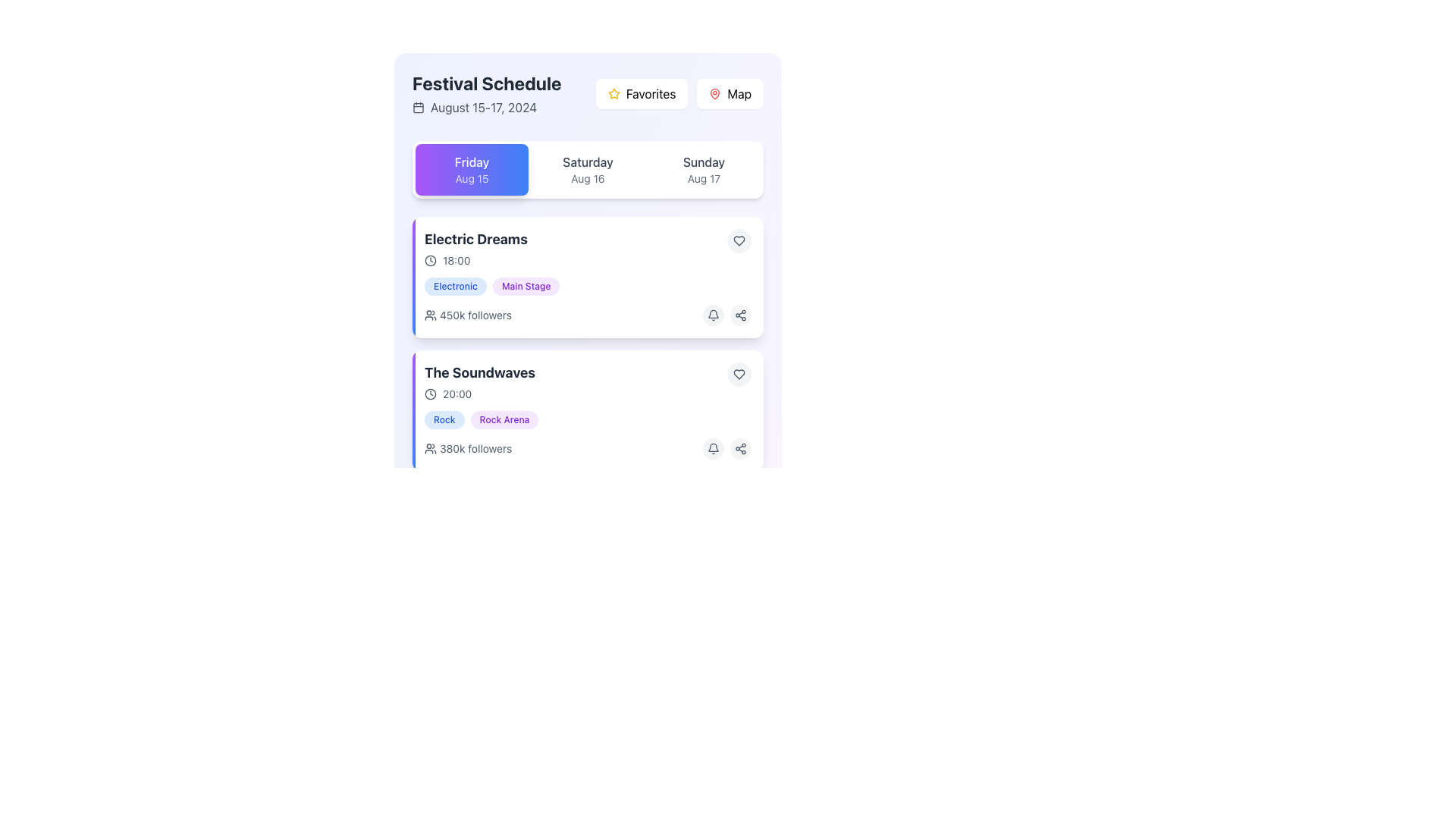  What do you see at coordinates (614, 93) in the screenshot?
I see `the star icon within the 'Favorites' button located in the top-right section of the interface, next to the 'Map' button` at bounding box center [614, 93].